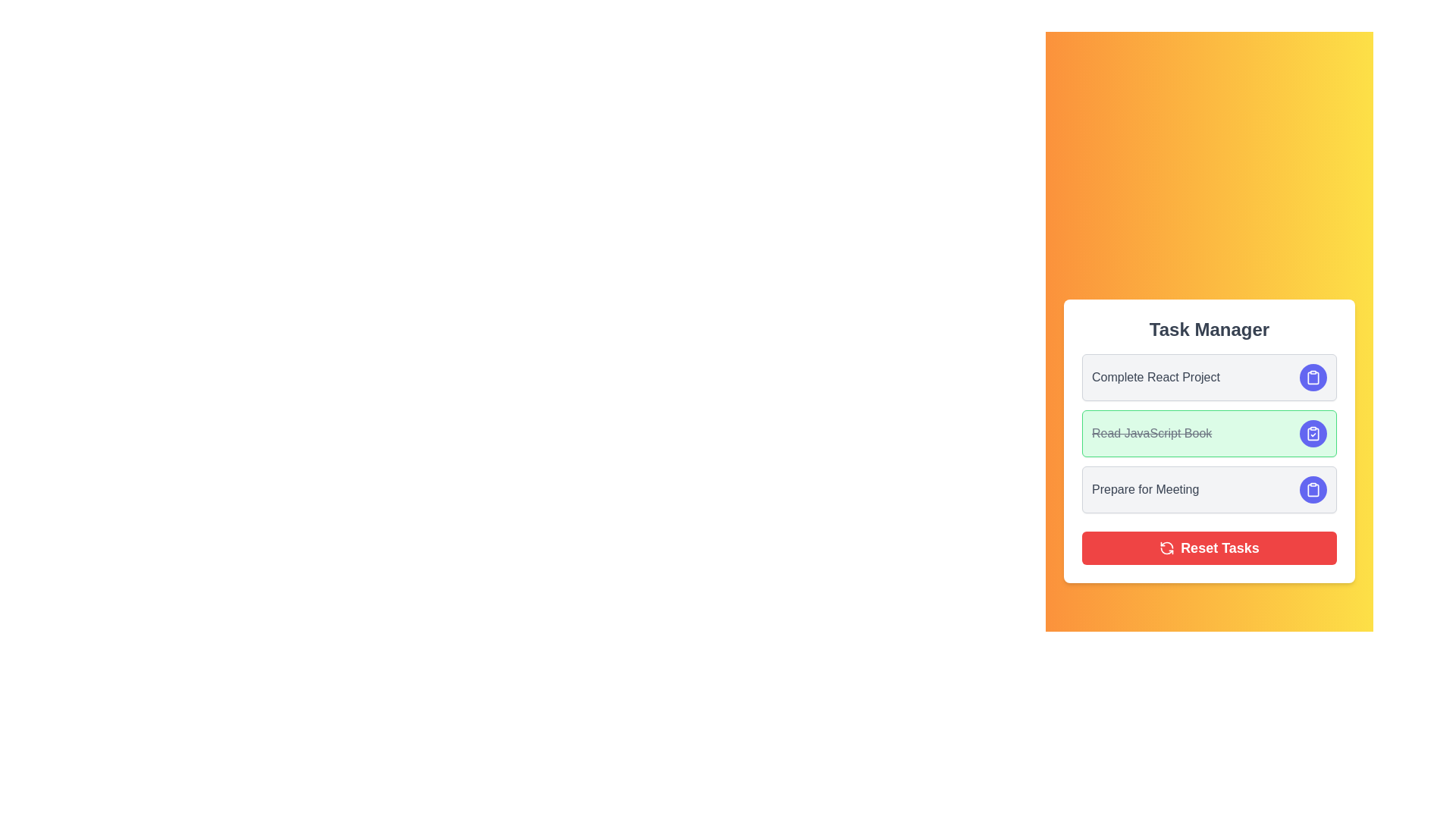 The image size is (1456, 819). Describe the element at coordinates (1145, 489) in the screenshot. I see `the Text label displaying a task title, located in a rounded card beneath 'Read JavaScript Book' and above the 'Reset Tasks' button` at that location.